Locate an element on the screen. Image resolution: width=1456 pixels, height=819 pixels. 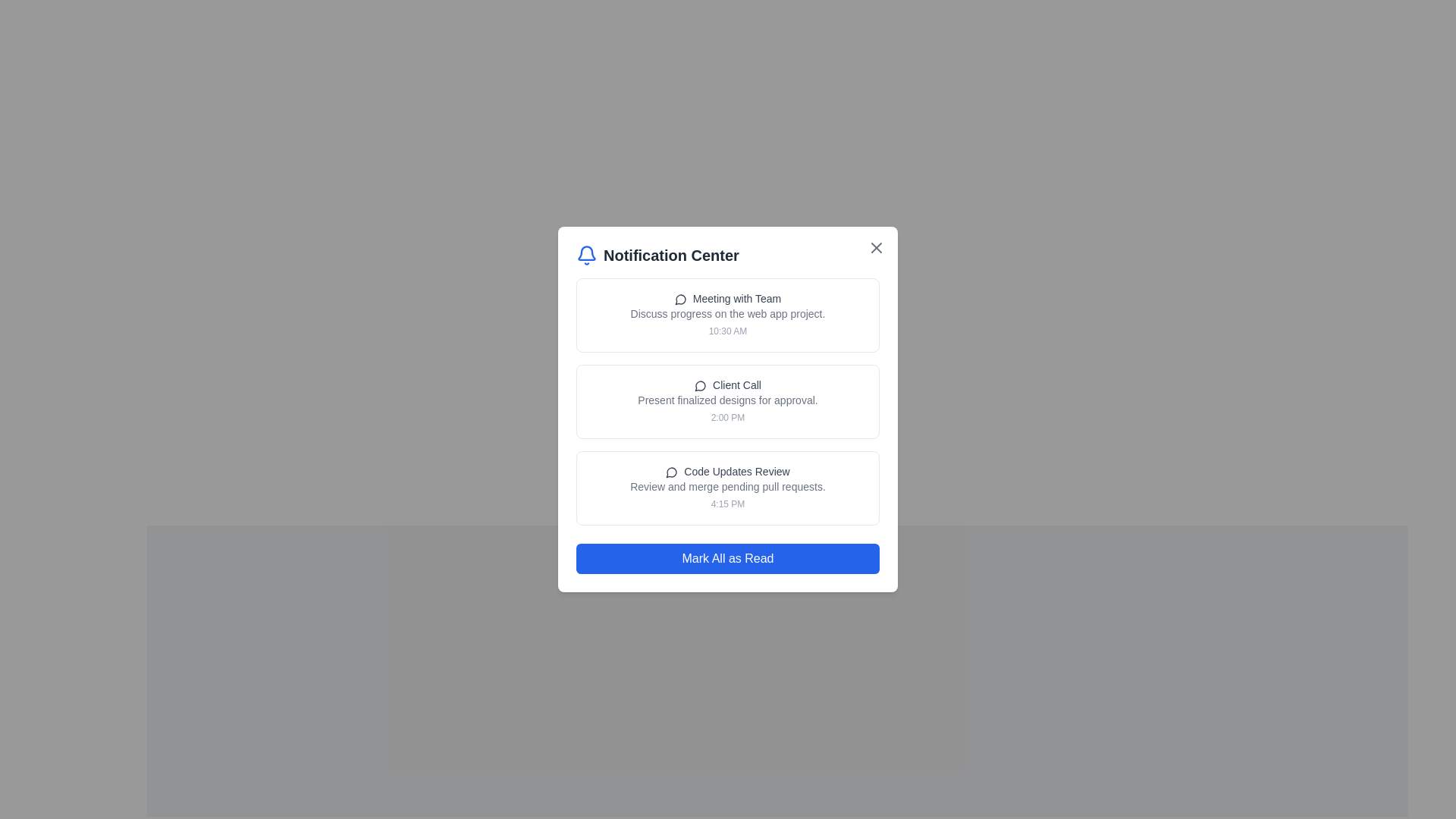
the circular speech bubble styled icon located on the left side of the 'Meeting with Team' text within the notification card is located at coordinates (679, 300).